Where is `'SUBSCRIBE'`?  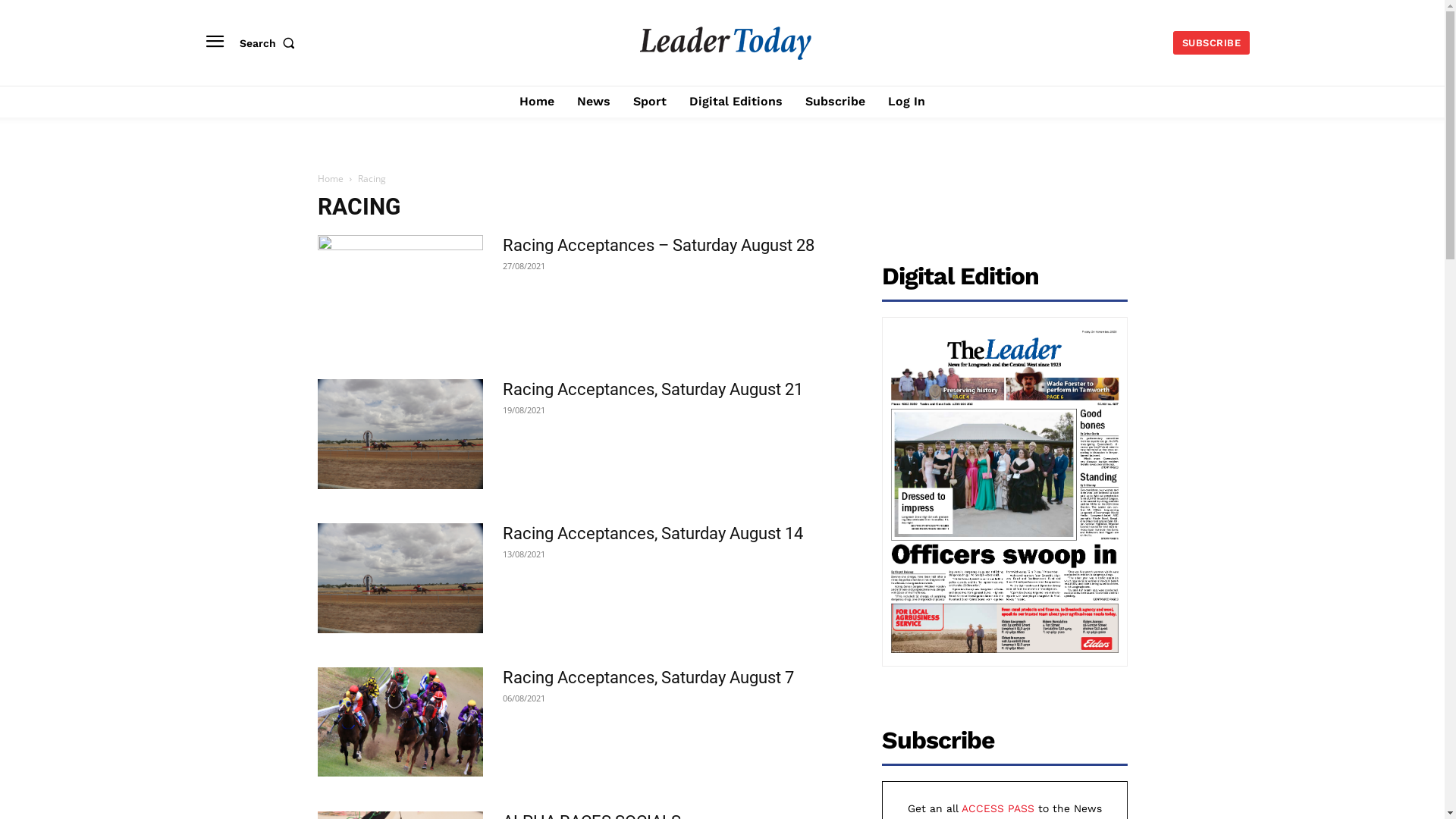
'SUBSCRIBE' is located at coordinates (1172, 42).